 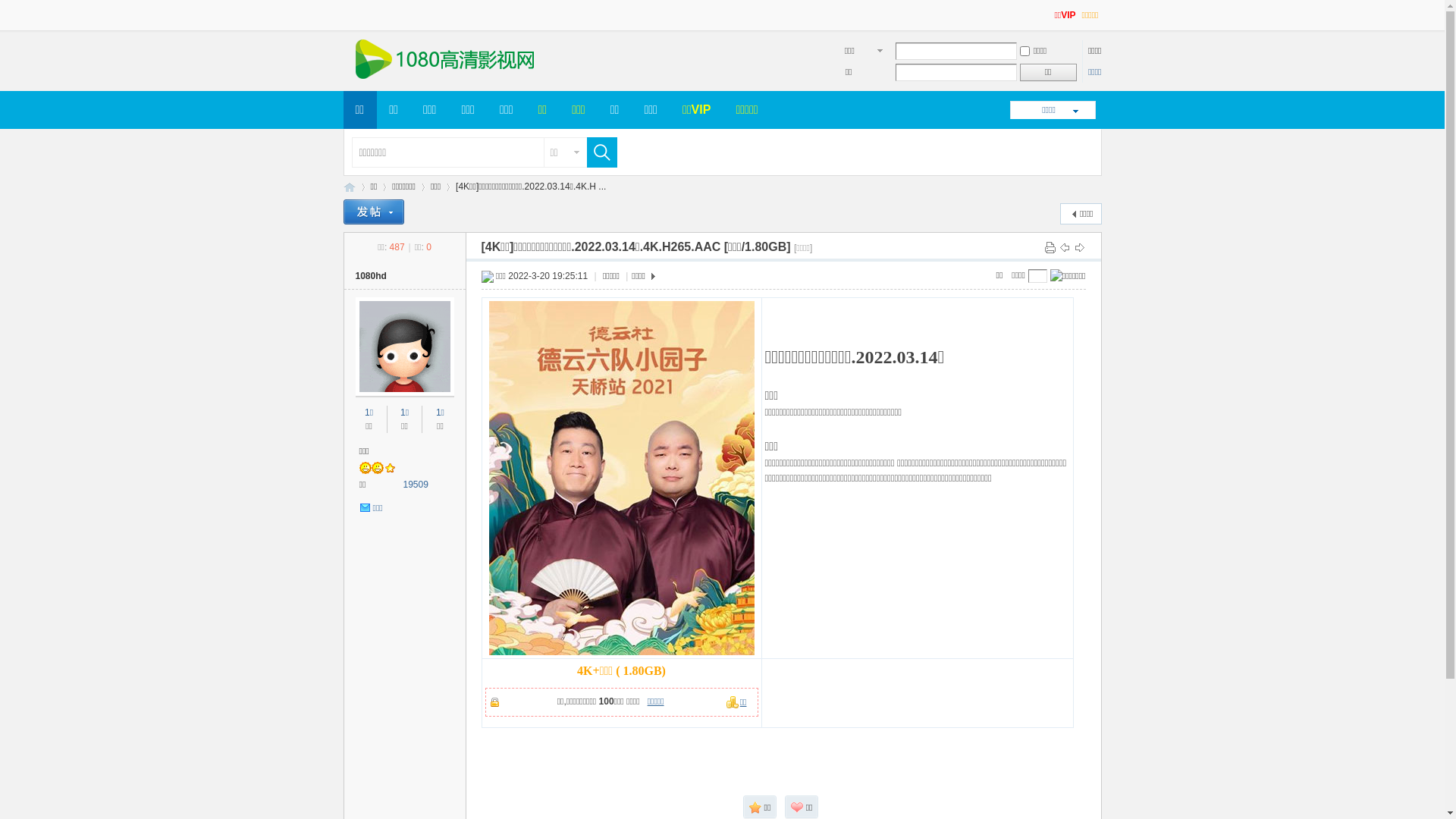 I want to click on 'true', so click(x=596, y=152).